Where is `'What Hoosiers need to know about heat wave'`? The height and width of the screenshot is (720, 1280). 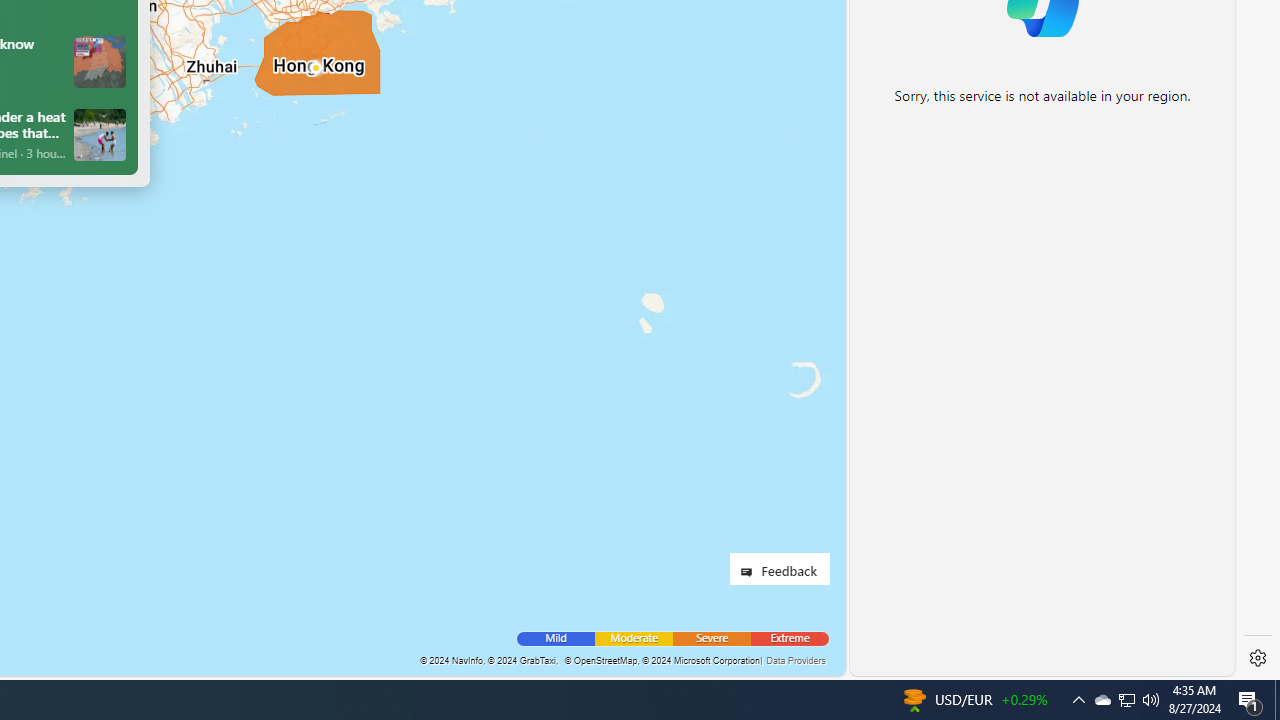 'What Hoosiers need to know about heat wave' is located at coordinates (98, 60).